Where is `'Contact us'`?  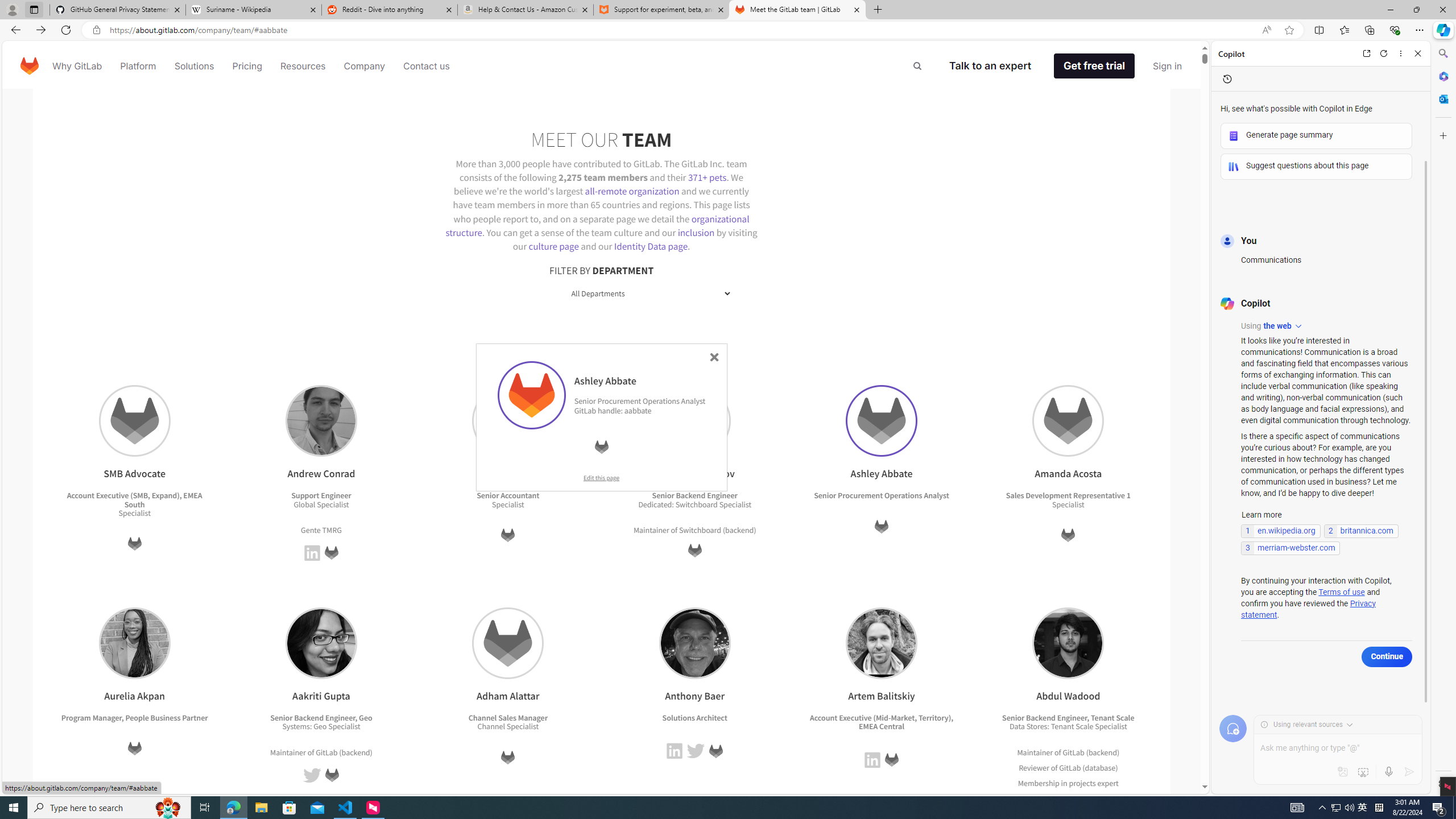
'Contact us' is located at coordinates (427, 65).